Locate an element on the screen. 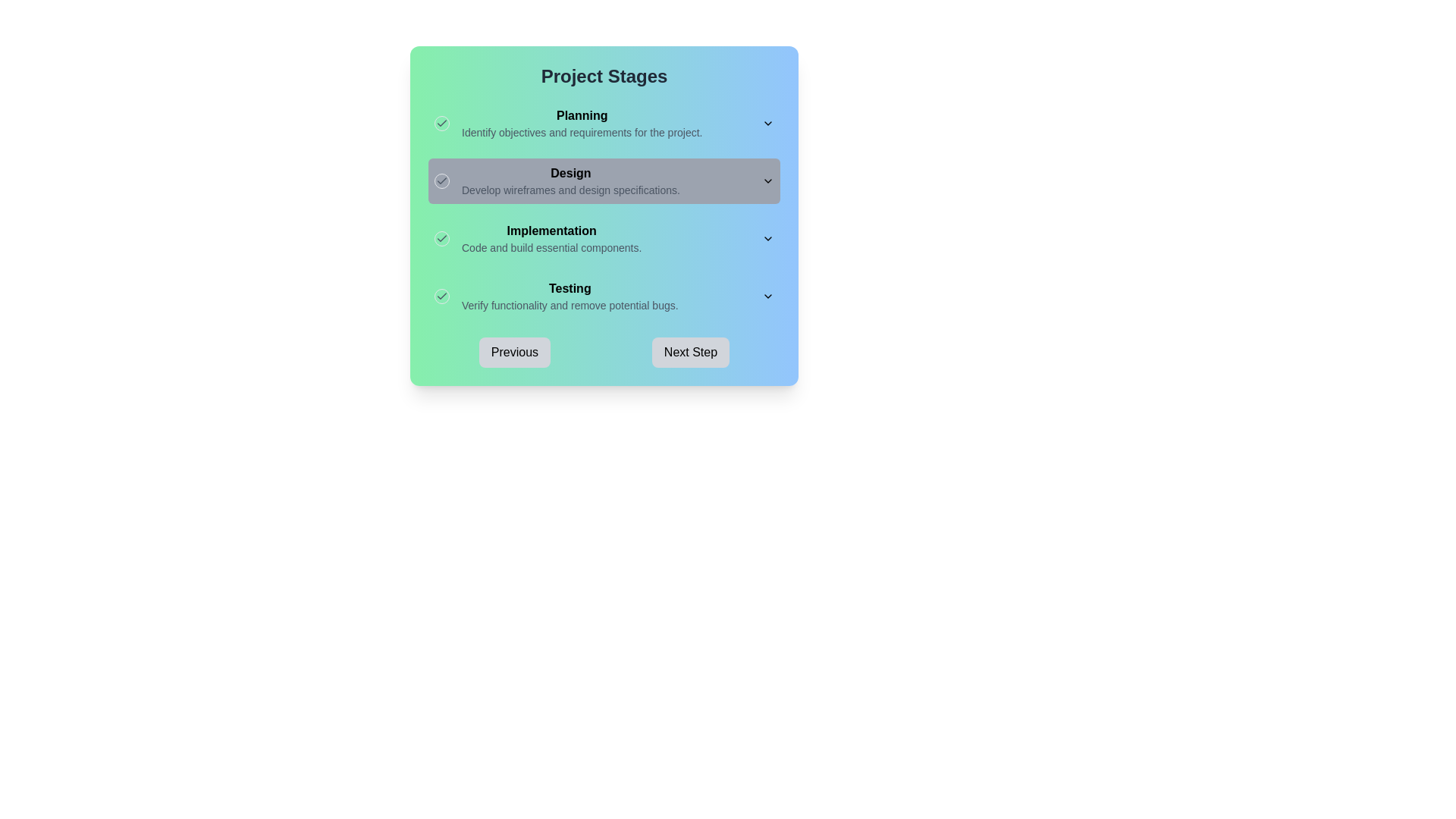 Image resolution: width=1456 pixels, height=819 pixels. the dropdown toggle button located at the far-right end of the 'Planning' section card is located at coordinates (767, 122).